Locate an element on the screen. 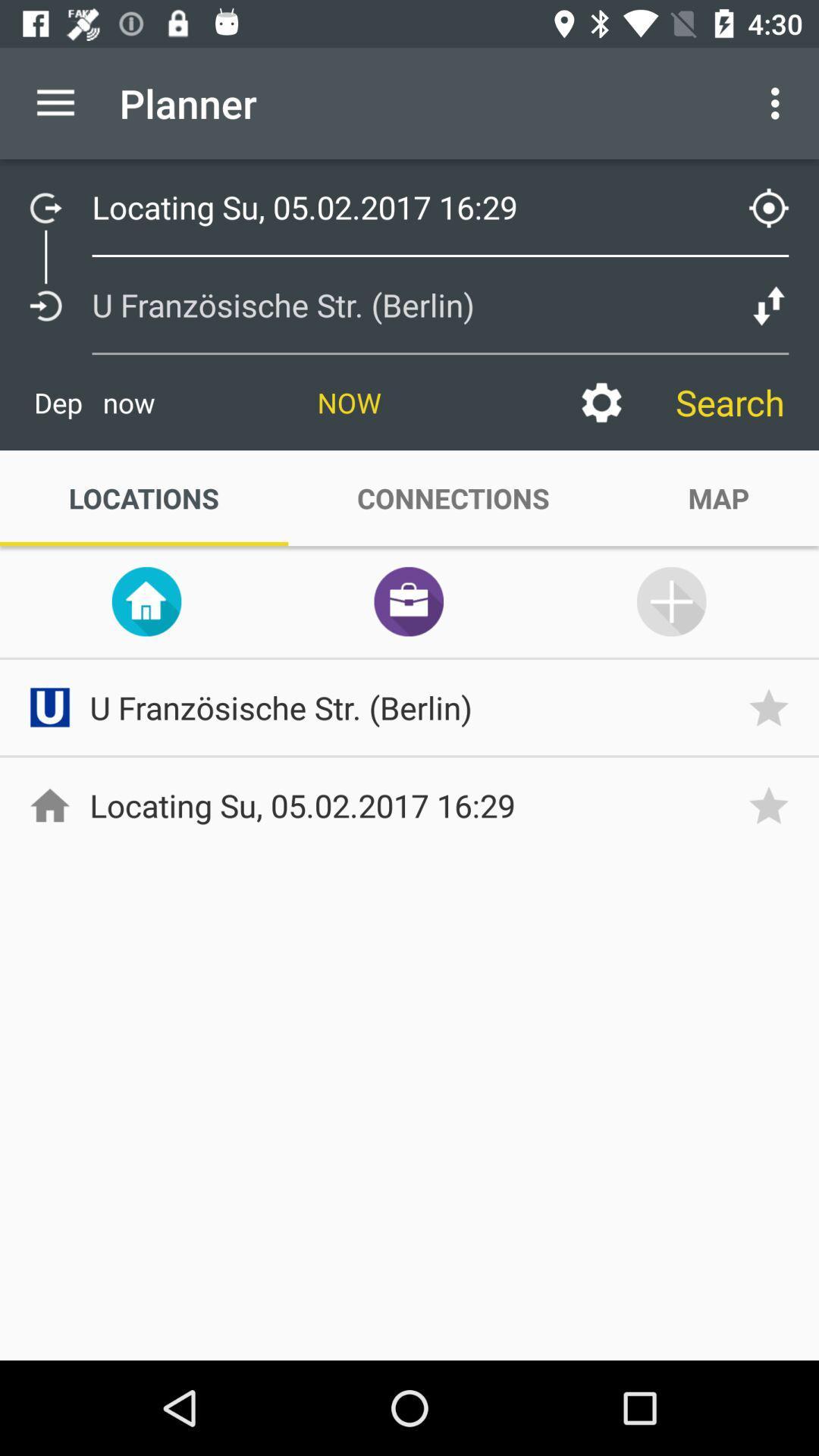  the option beside berlin is located at coordinates (769, 305).